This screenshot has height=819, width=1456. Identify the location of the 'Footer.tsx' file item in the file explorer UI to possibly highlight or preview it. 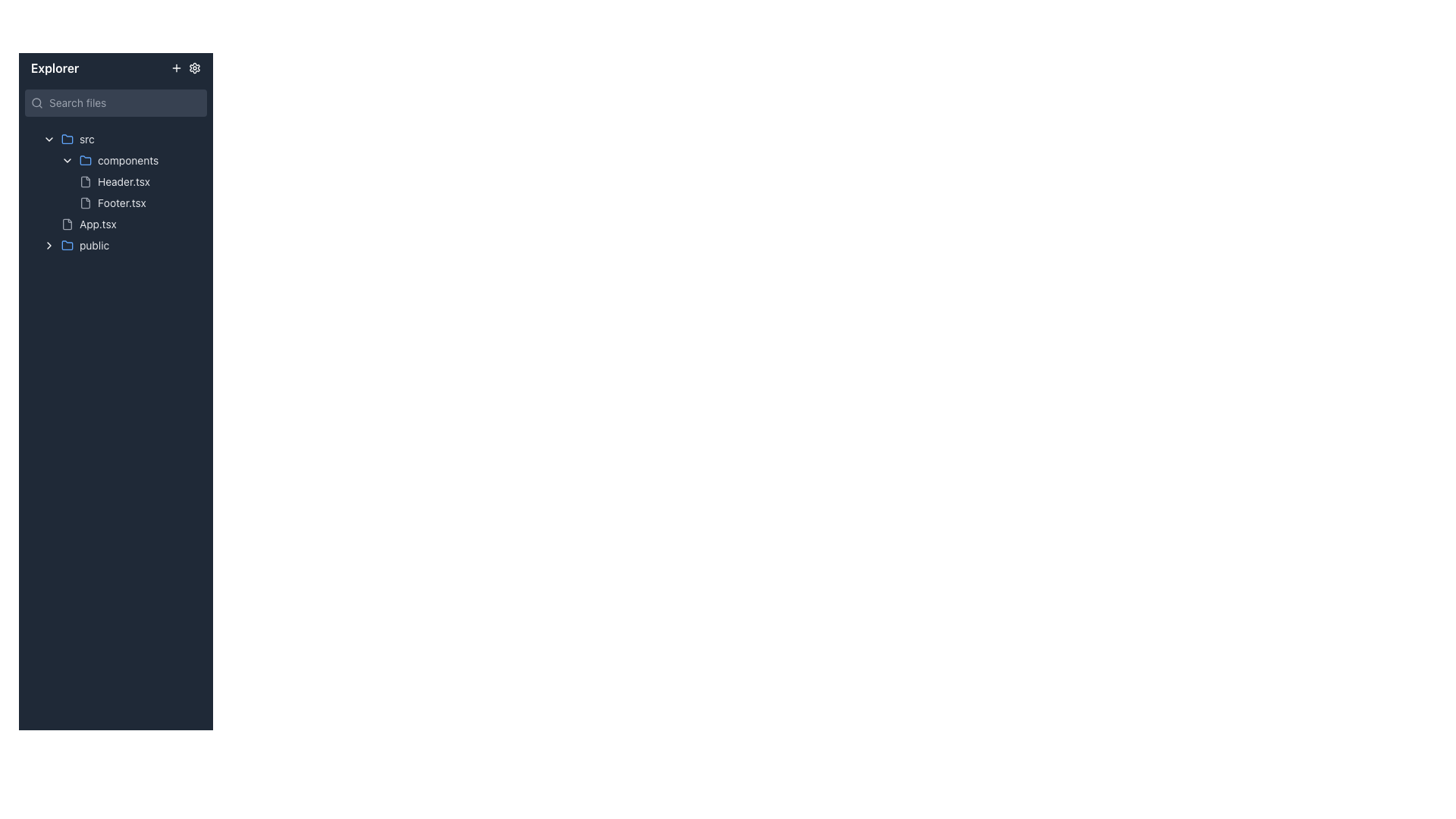
(140, 202).